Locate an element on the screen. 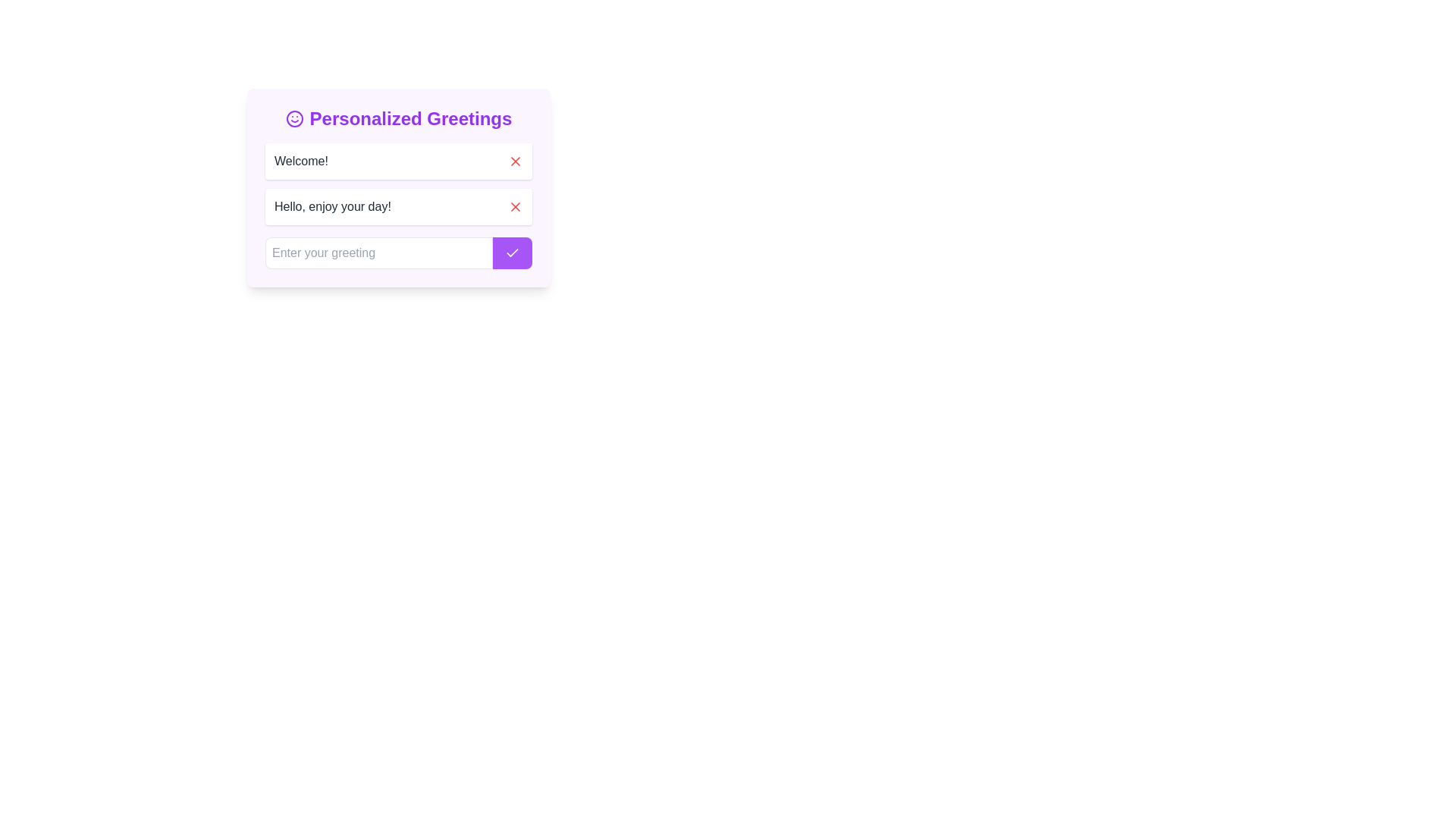  the large purple text element 'Personalized Greetings' with a smiley icon is located at coordinates (399, 118).